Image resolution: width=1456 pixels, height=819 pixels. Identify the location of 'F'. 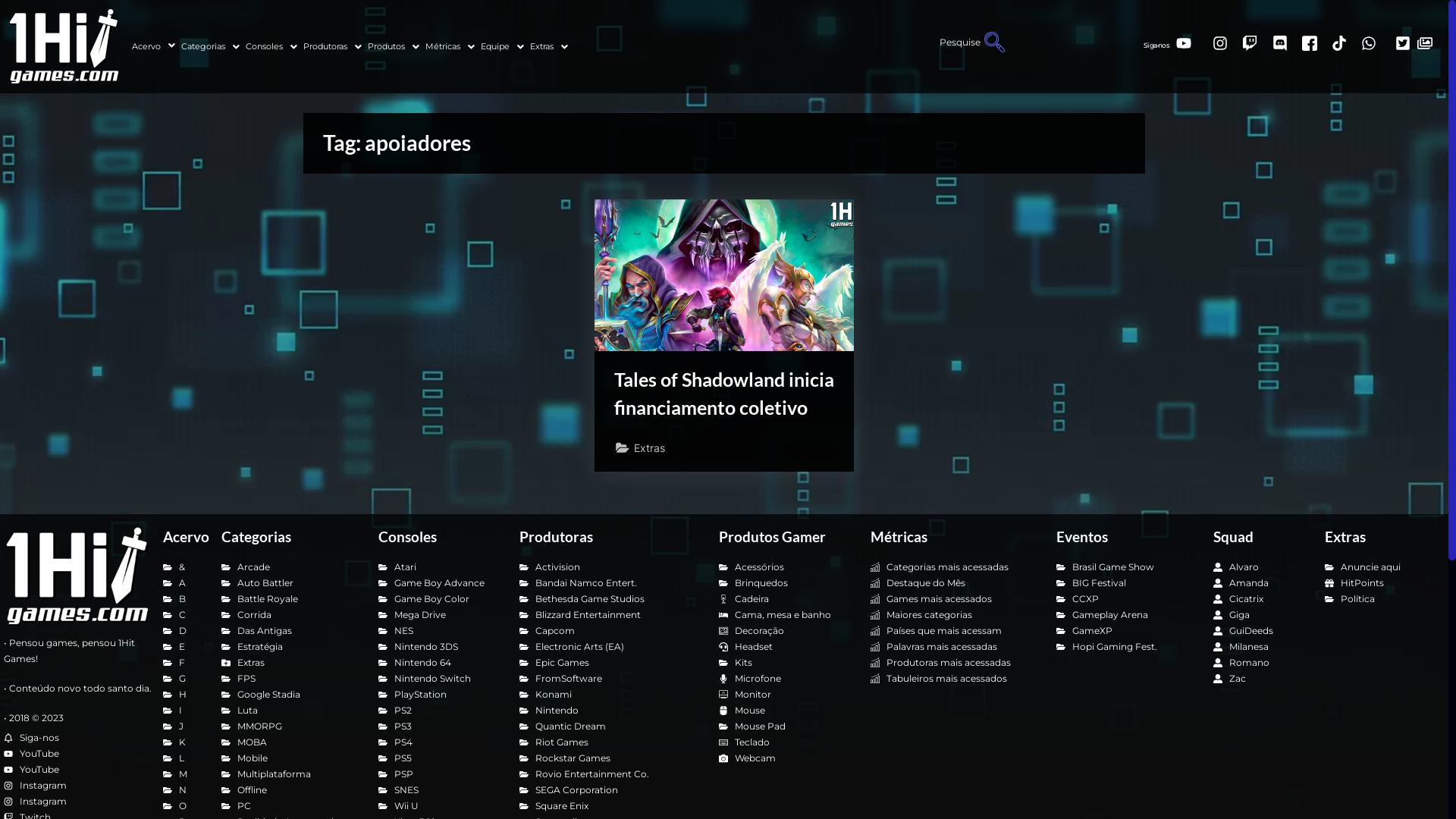
(163, 661).